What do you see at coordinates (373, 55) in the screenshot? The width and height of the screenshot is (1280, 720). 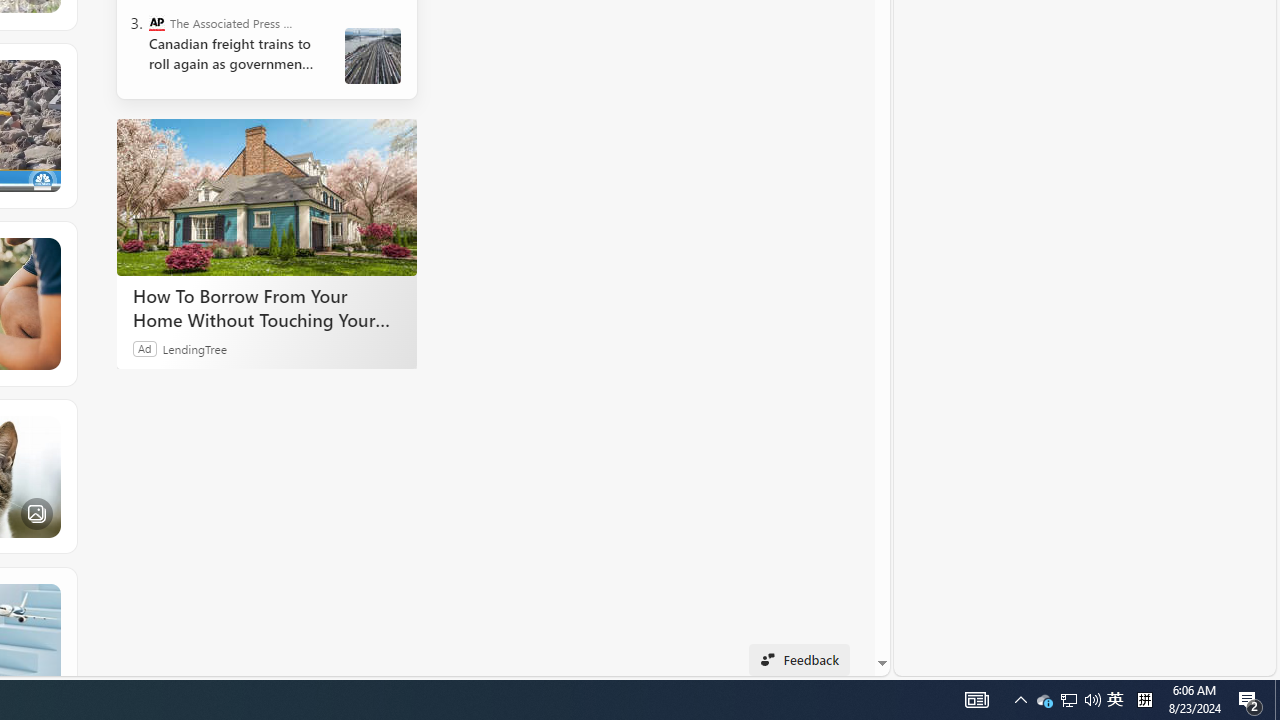 I see `'Darryl Dyck Canada Railroads Unions'` at bounding box center [373, 55].